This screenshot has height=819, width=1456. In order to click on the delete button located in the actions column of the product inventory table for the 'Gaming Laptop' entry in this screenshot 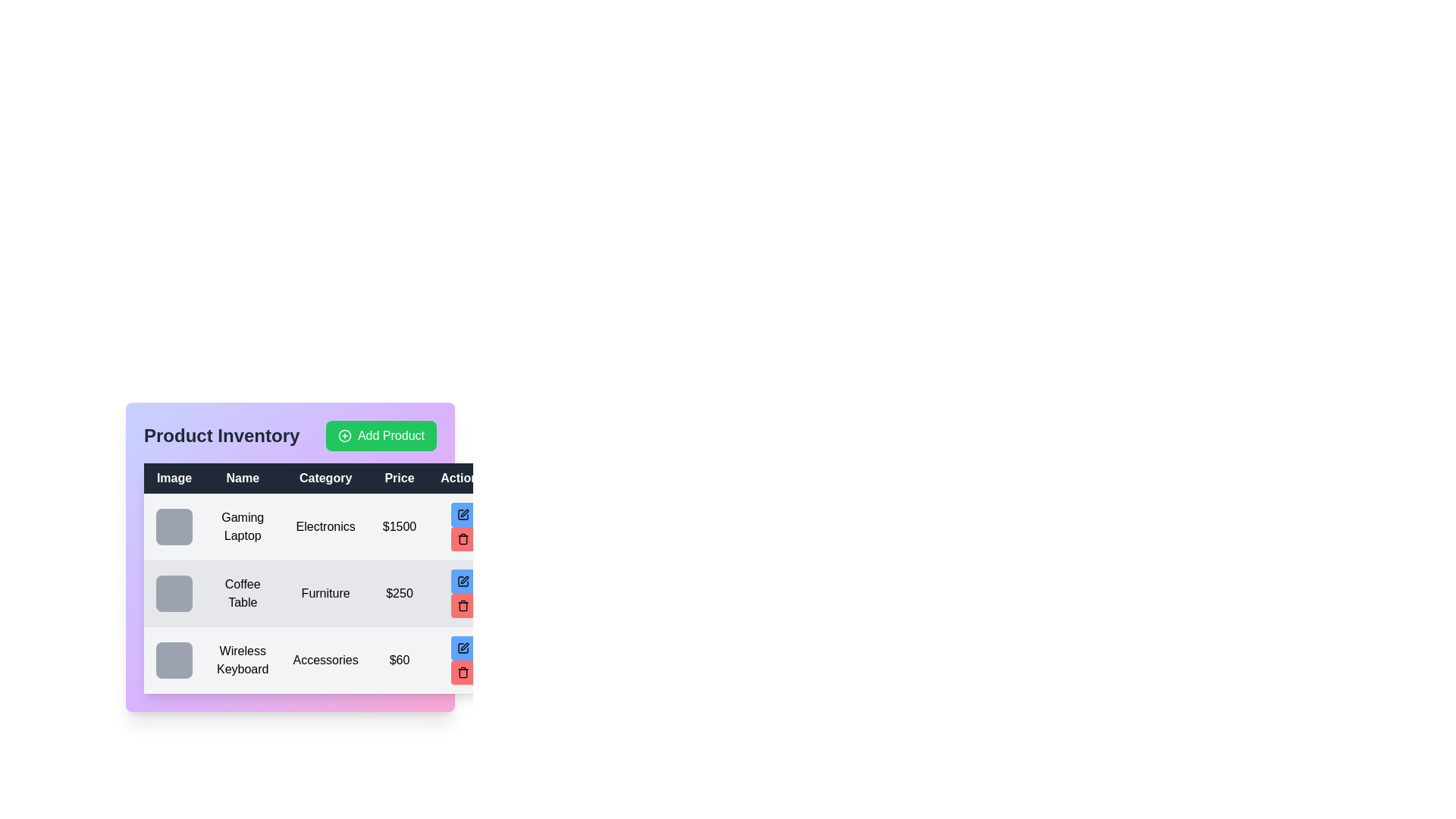, I will do `click(462, 538)`.